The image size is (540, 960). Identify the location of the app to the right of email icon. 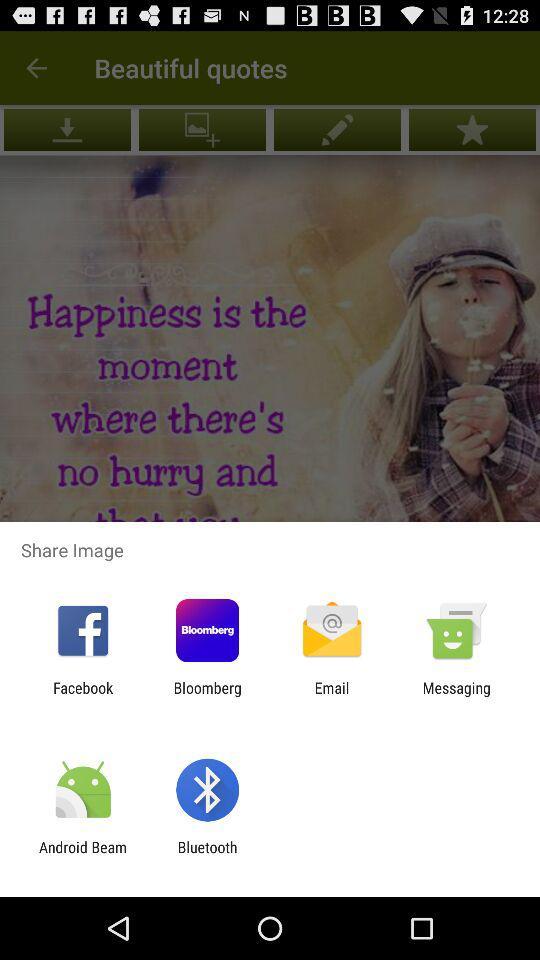
(456, 696).